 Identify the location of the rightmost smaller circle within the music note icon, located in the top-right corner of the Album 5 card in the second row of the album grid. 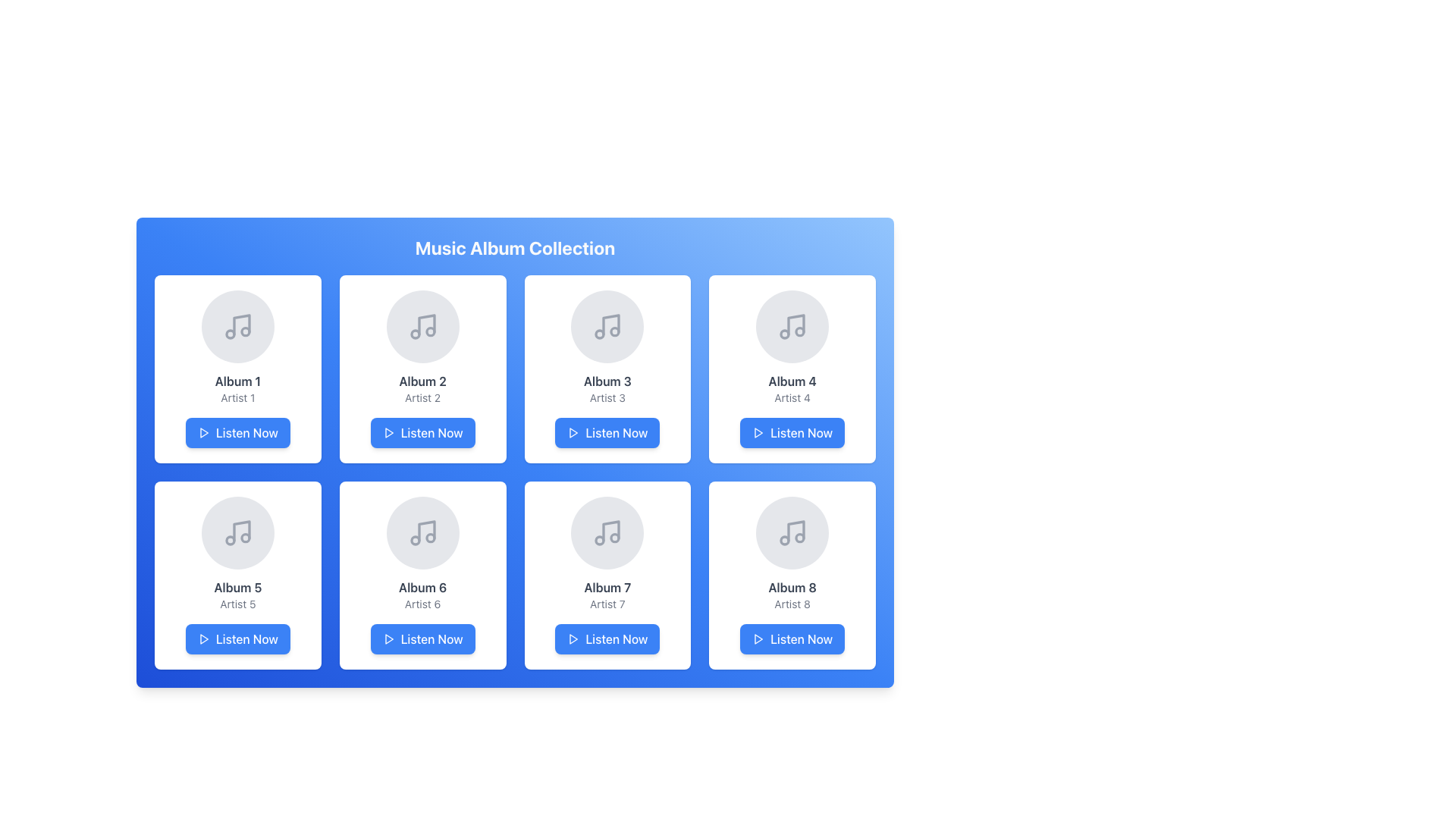
(245, 537).